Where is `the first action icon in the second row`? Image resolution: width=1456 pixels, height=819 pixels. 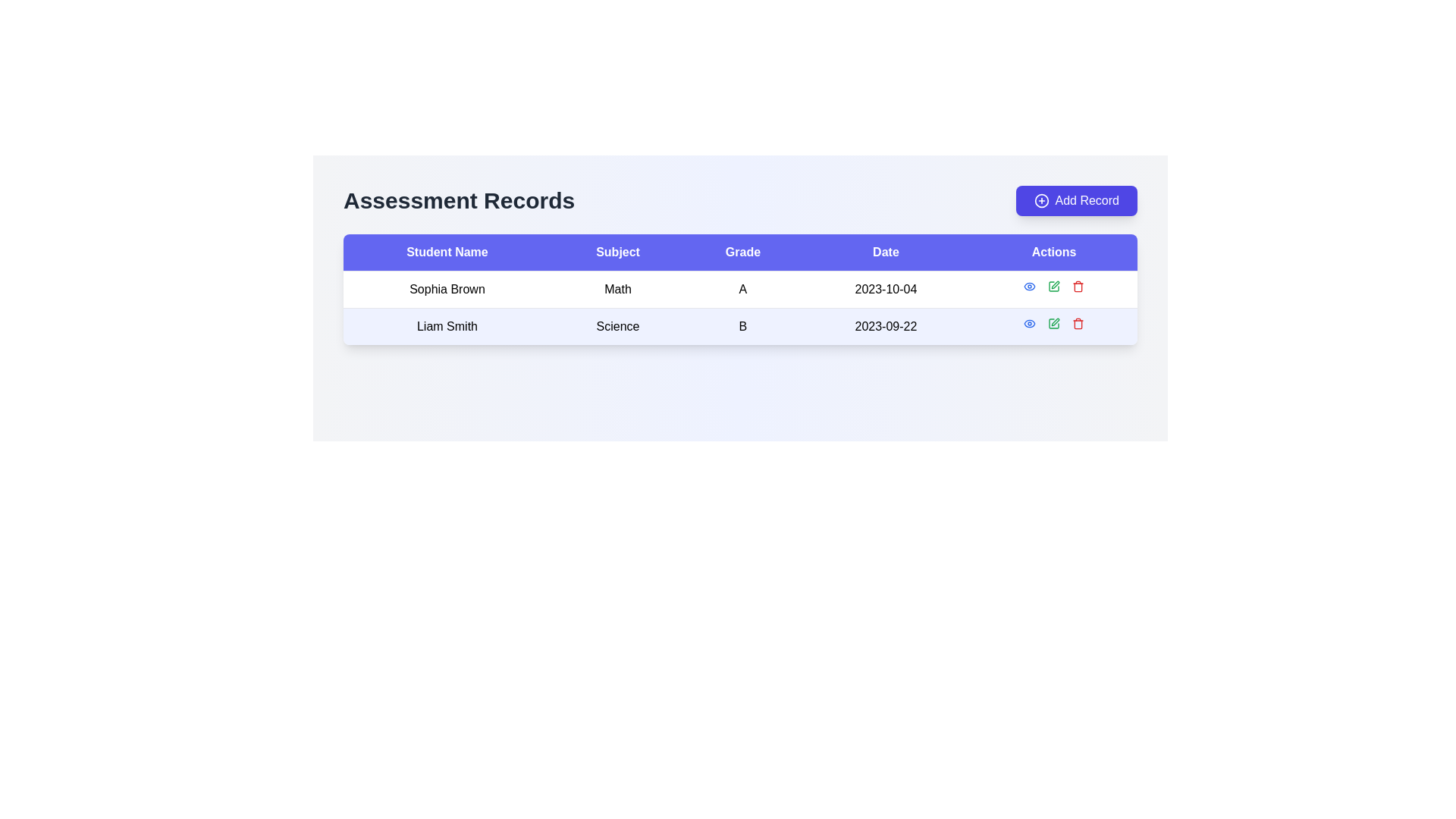 the first action icon in the second row is located at coordinates (1030, 287).